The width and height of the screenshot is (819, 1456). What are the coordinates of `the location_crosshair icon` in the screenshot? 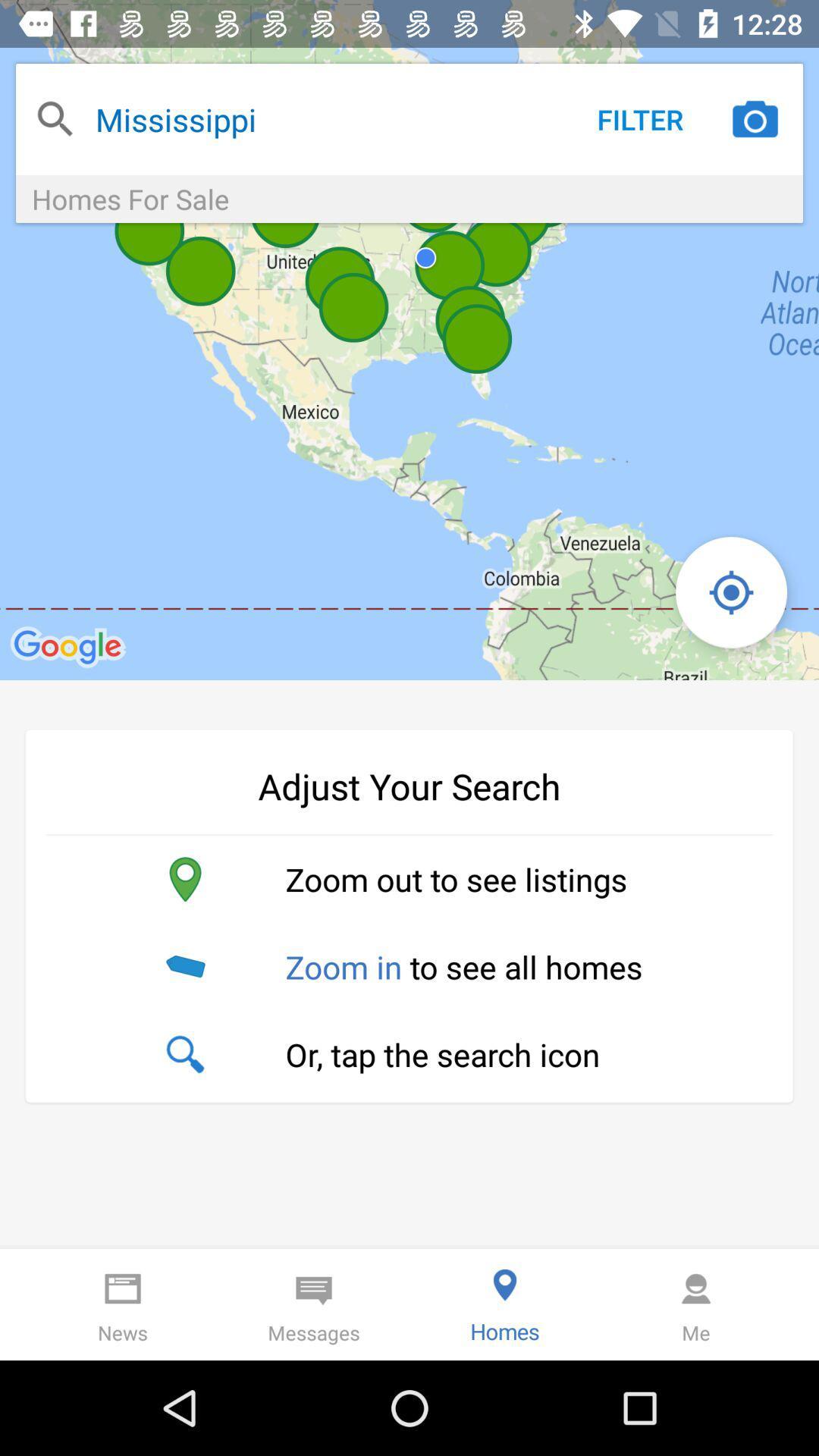 It's located at (730, 591).